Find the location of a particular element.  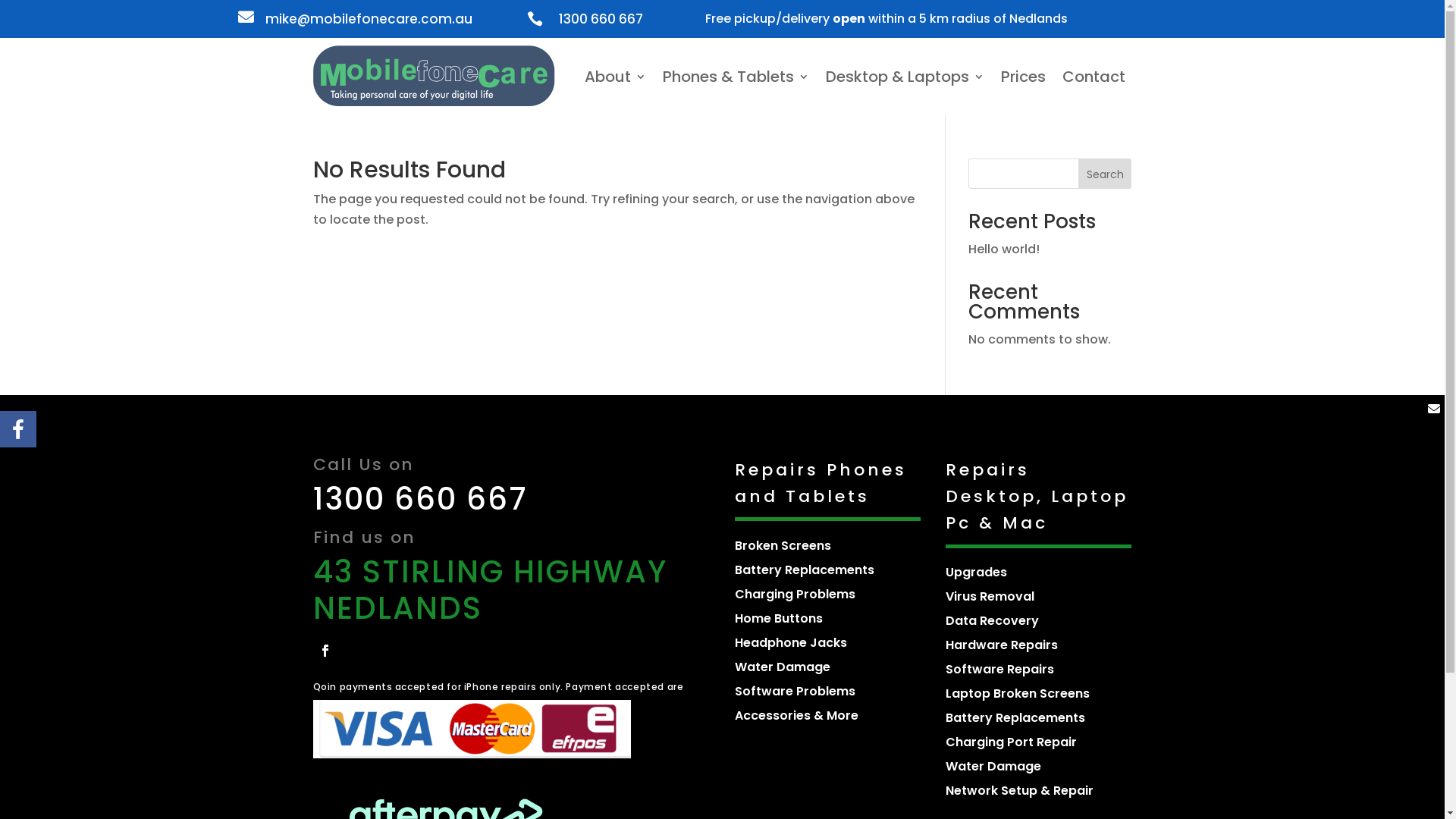

'43 STIRLING HIGHWAY NEDLANDS' is located at coordinates (489, 589).